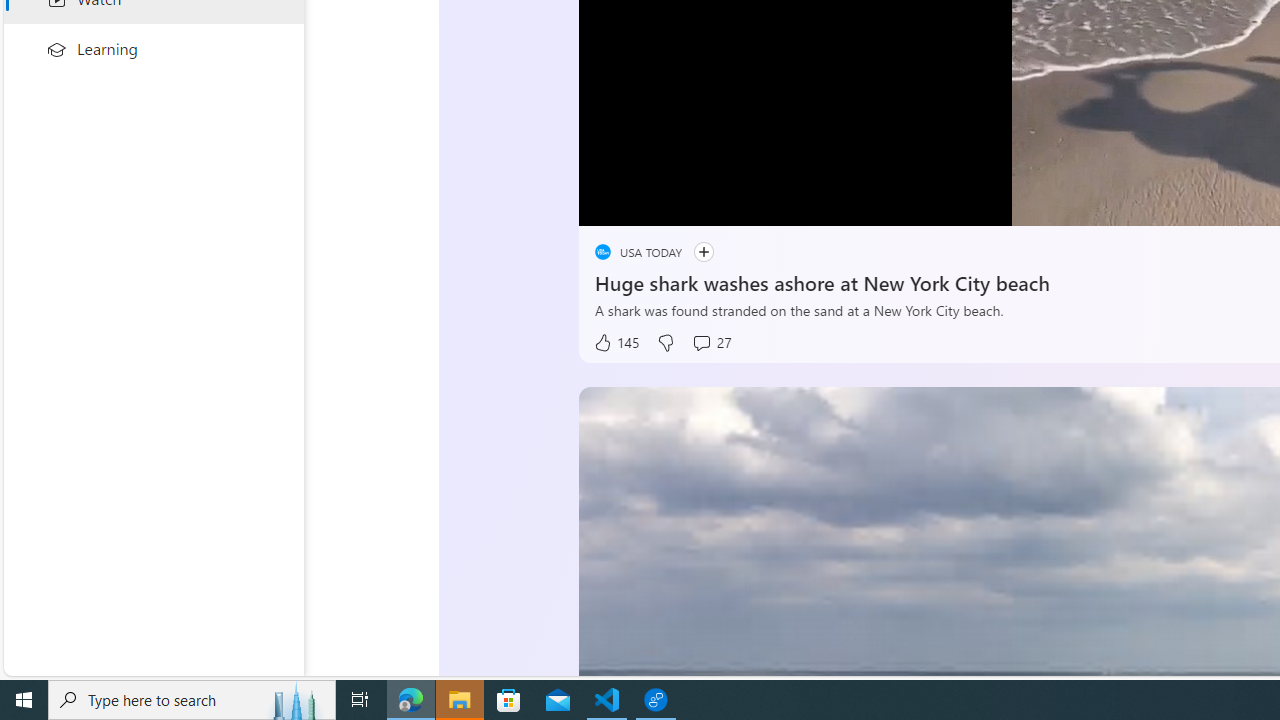 Image resolution: width=1280 pixels, height=720 pixels. I want to click on '145 Like', so click(614, 342).